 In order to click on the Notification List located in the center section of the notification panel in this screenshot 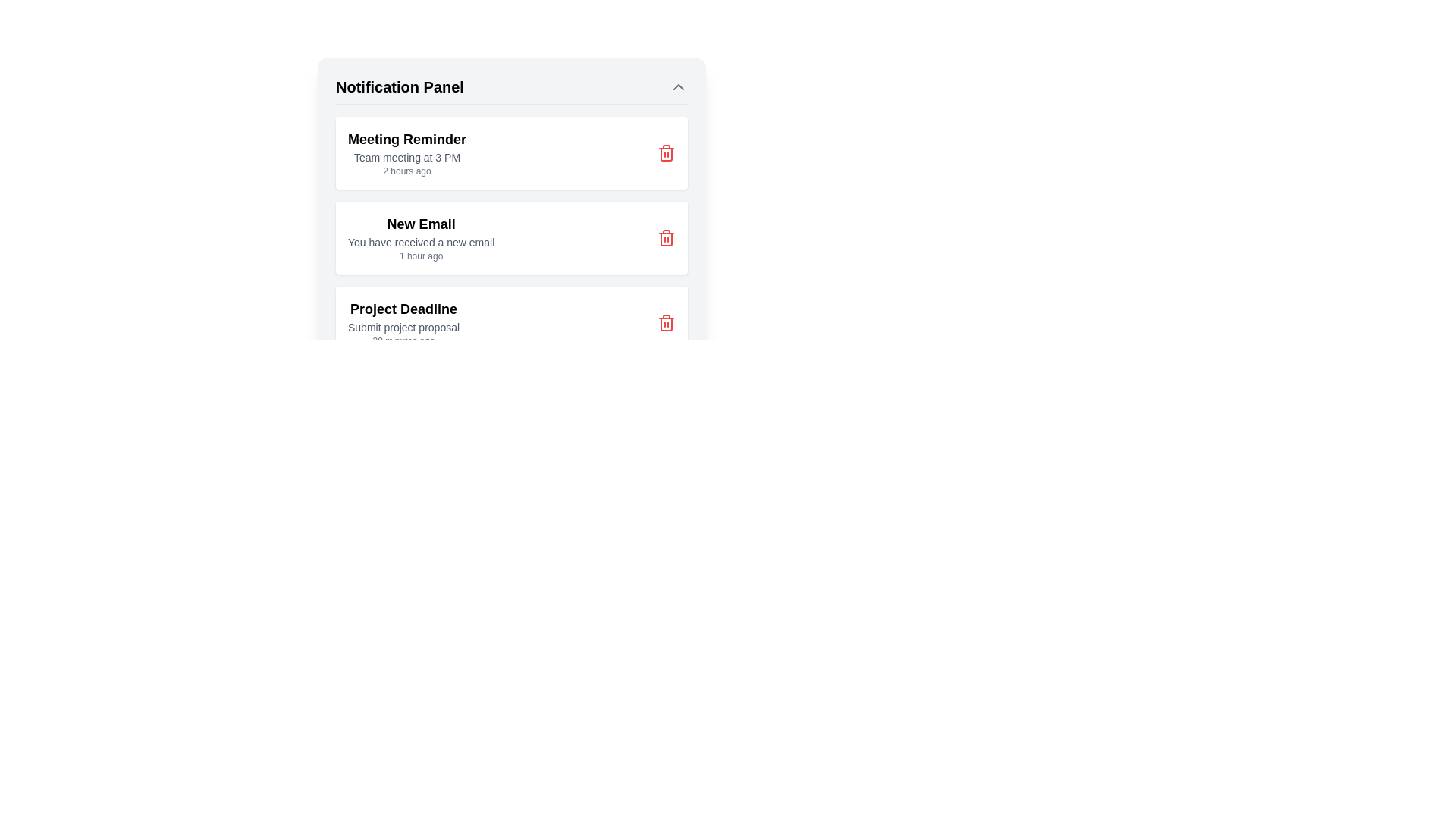, I will do `click(512, 237)`.